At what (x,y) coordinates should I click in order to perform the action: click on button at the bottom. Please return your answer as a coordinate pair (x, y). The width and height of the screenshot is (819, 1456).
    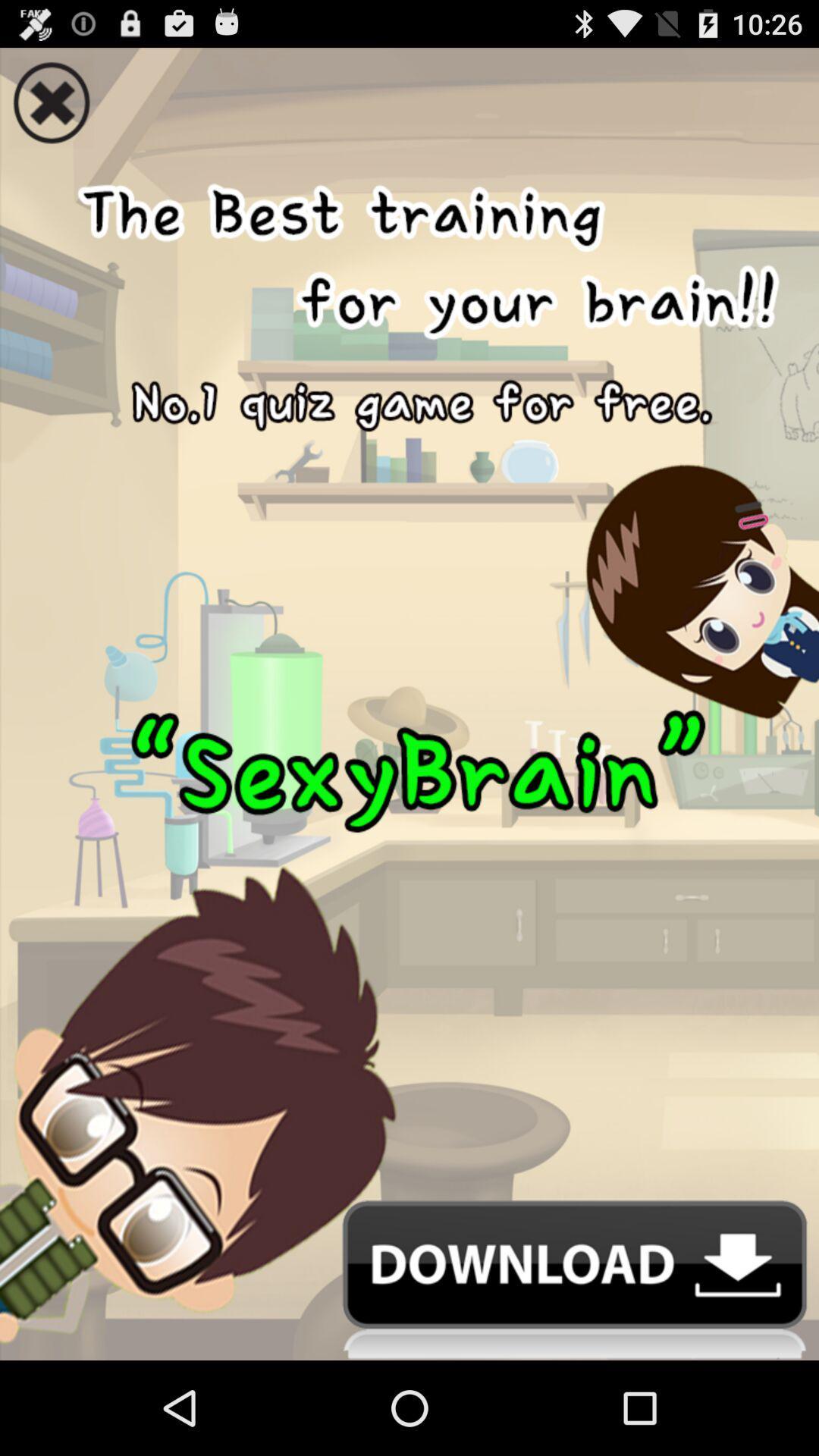
    Looking at the image, I should click on (409, 1279).